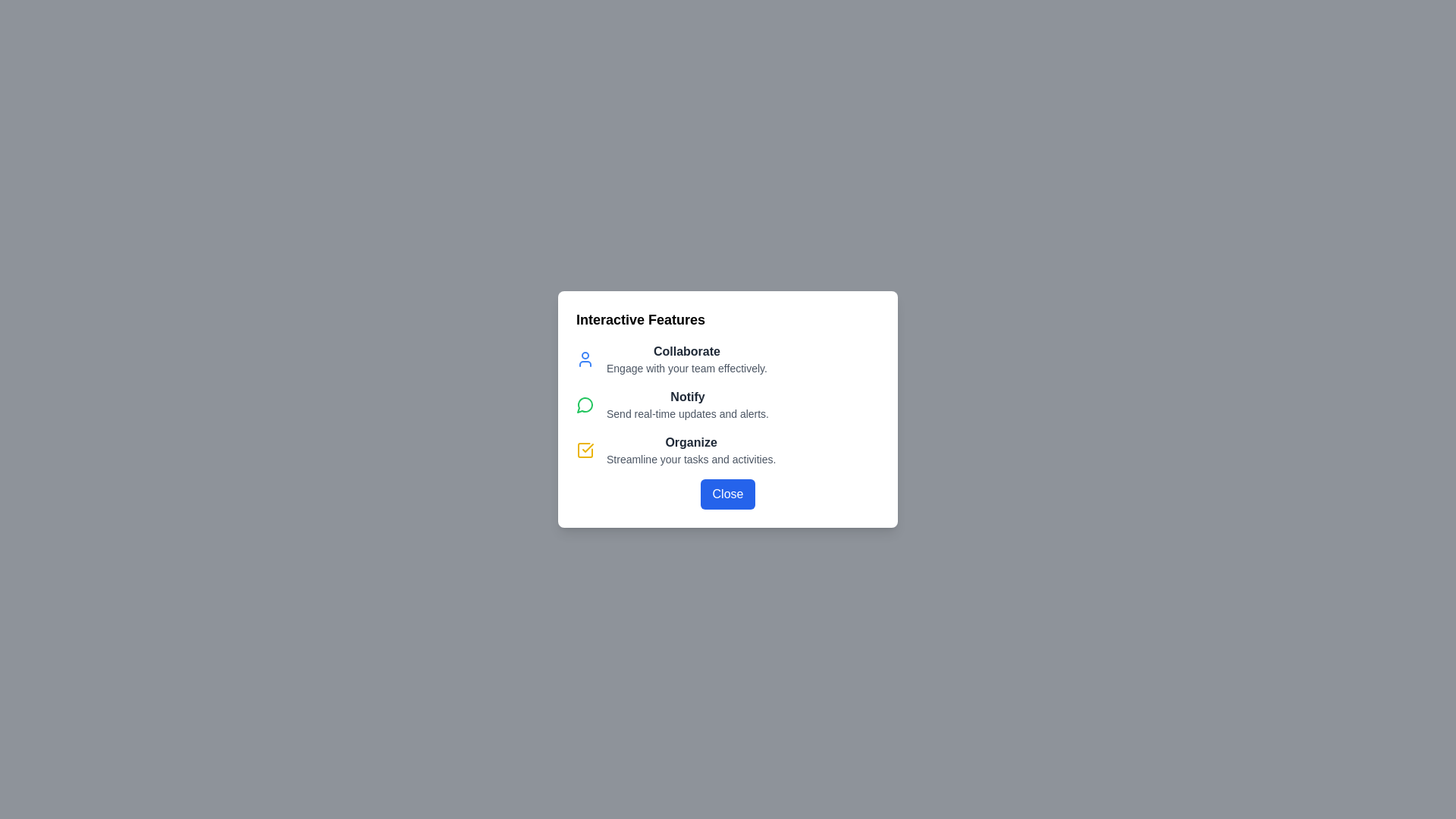  I want to click on the feature Notify to explore its content, so click(585, 403).